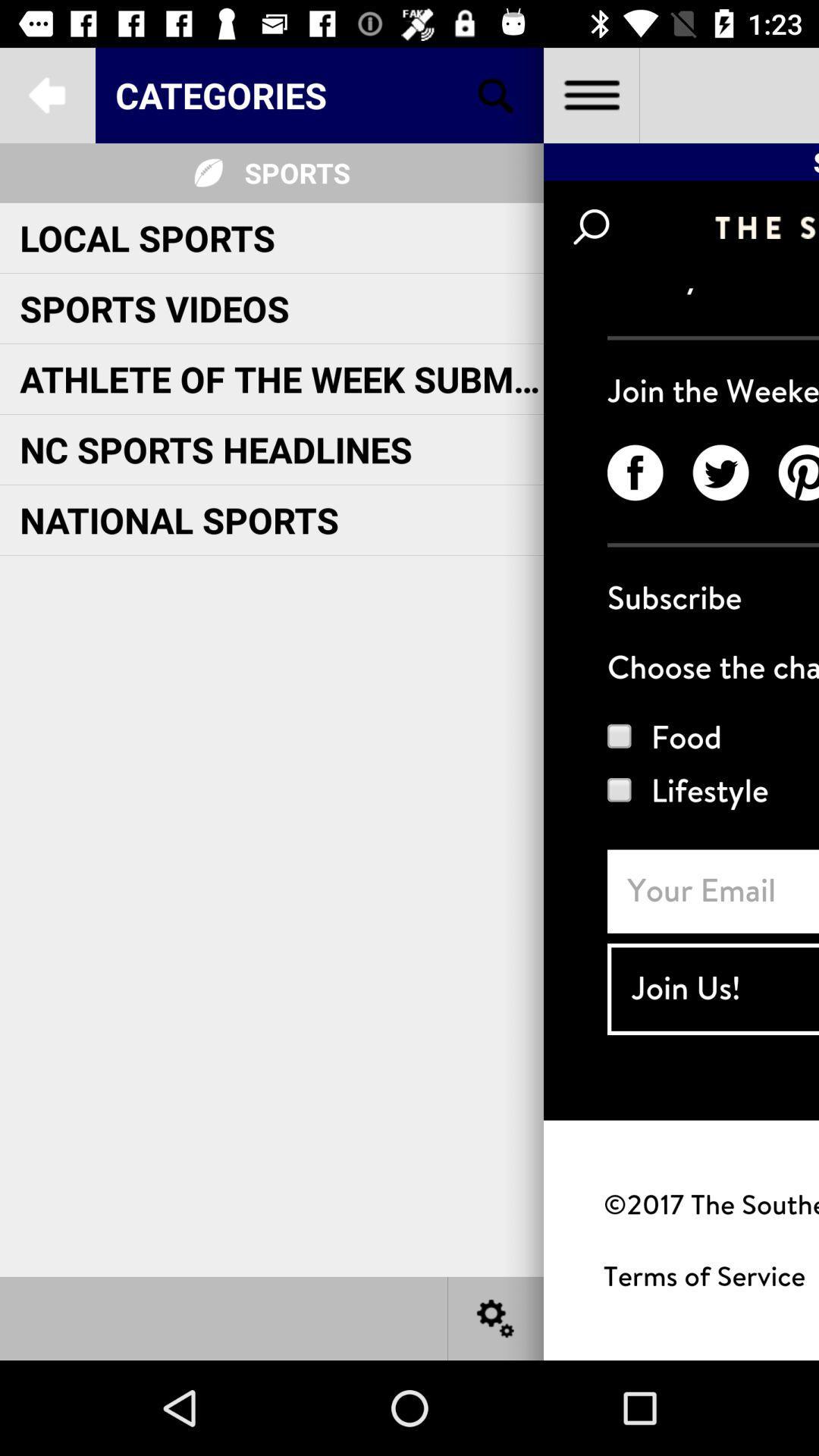 The width and height of the screenshot is (819, 1456). Describe the element at coordinates (590, 94) in the screenshot. I see `the menu icon` at that location.